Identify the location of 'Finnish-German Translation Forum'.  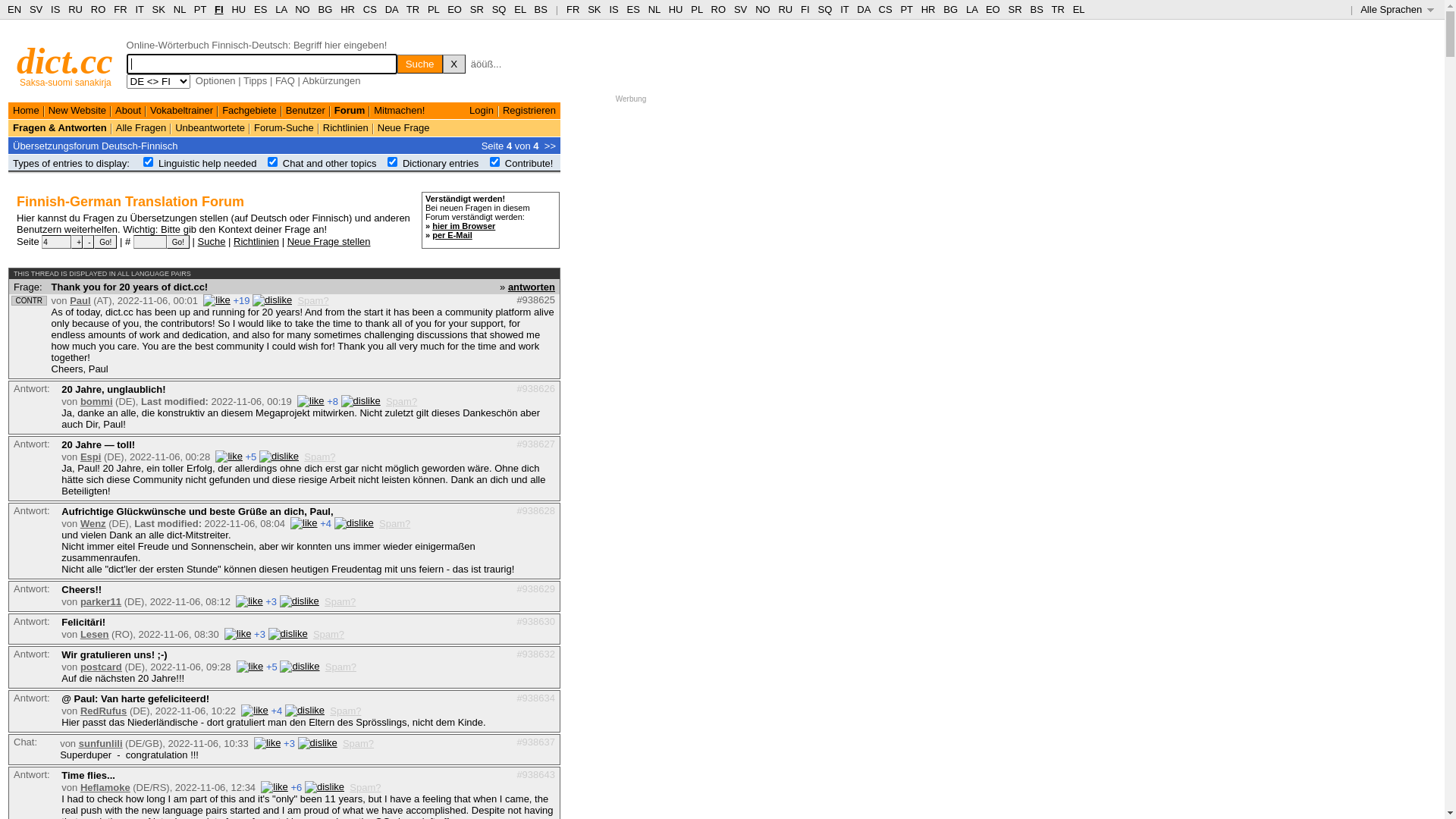
(130, 201).